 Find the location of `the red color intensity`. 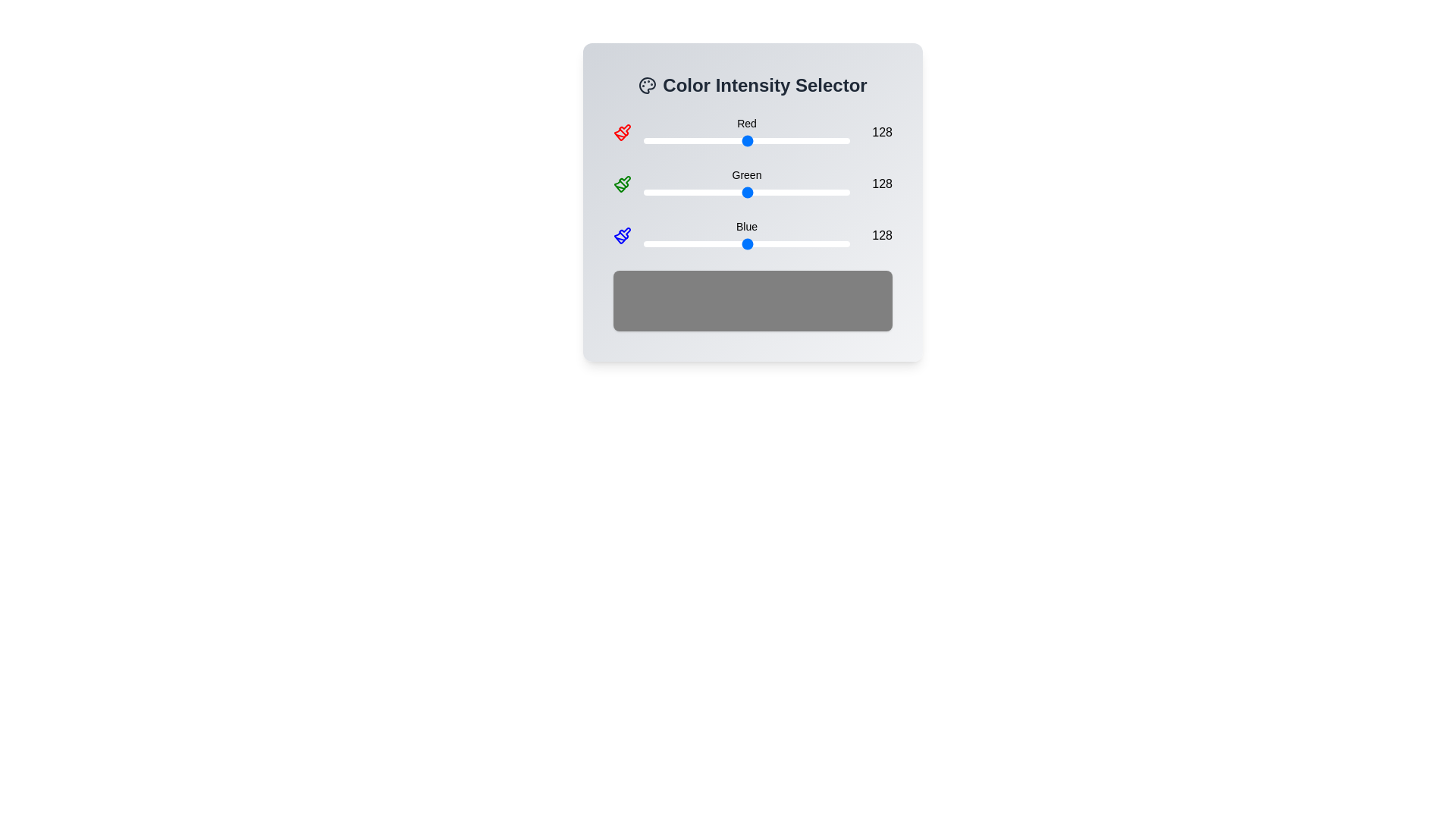

the red color intensity is located at coordinates (818, 140).